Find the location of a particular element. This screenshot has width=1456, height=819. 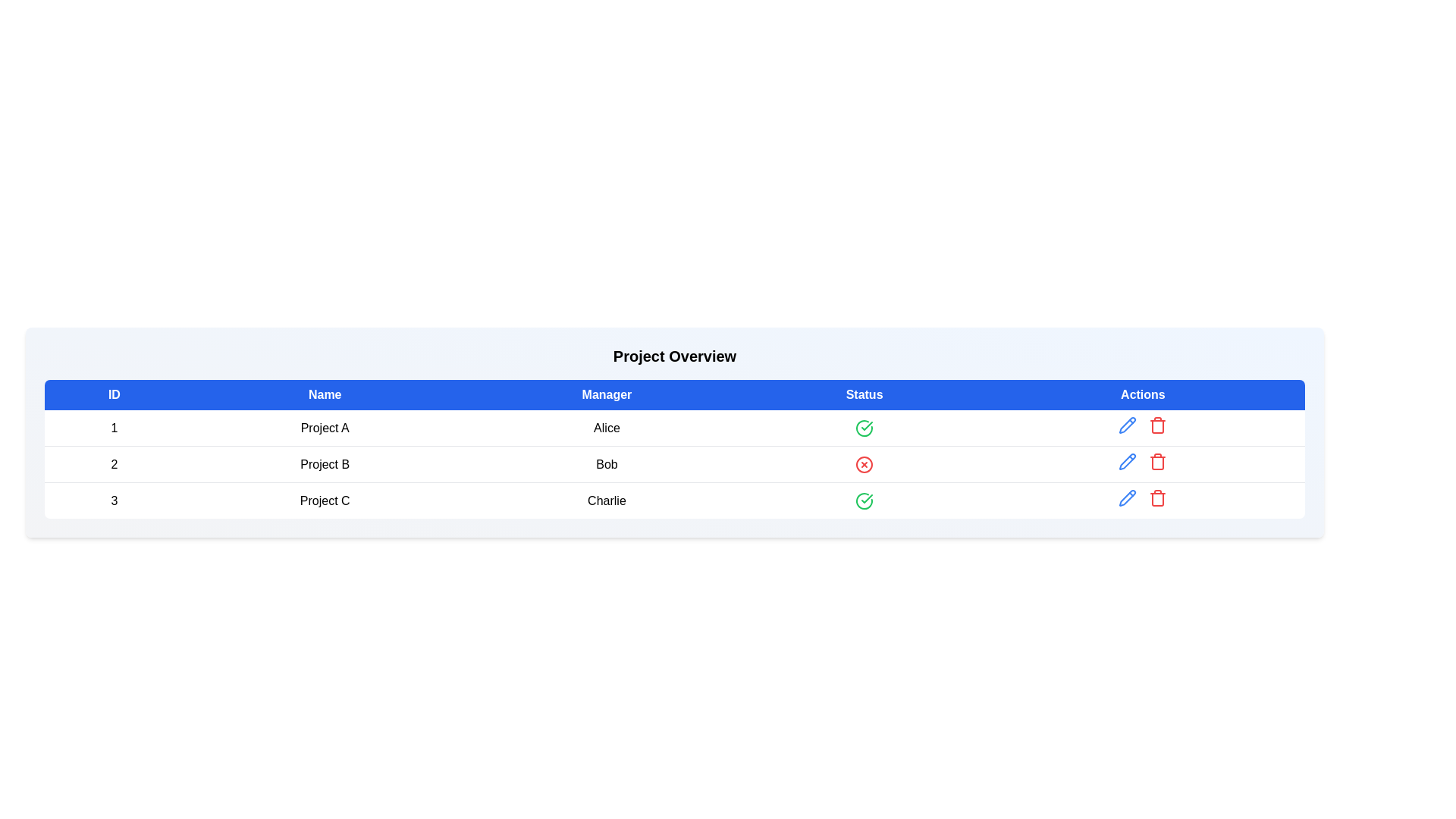

the Text label displaying the project ID located in the second row, first column of the 'Project Overview' table is located at coordinates (113, 463).